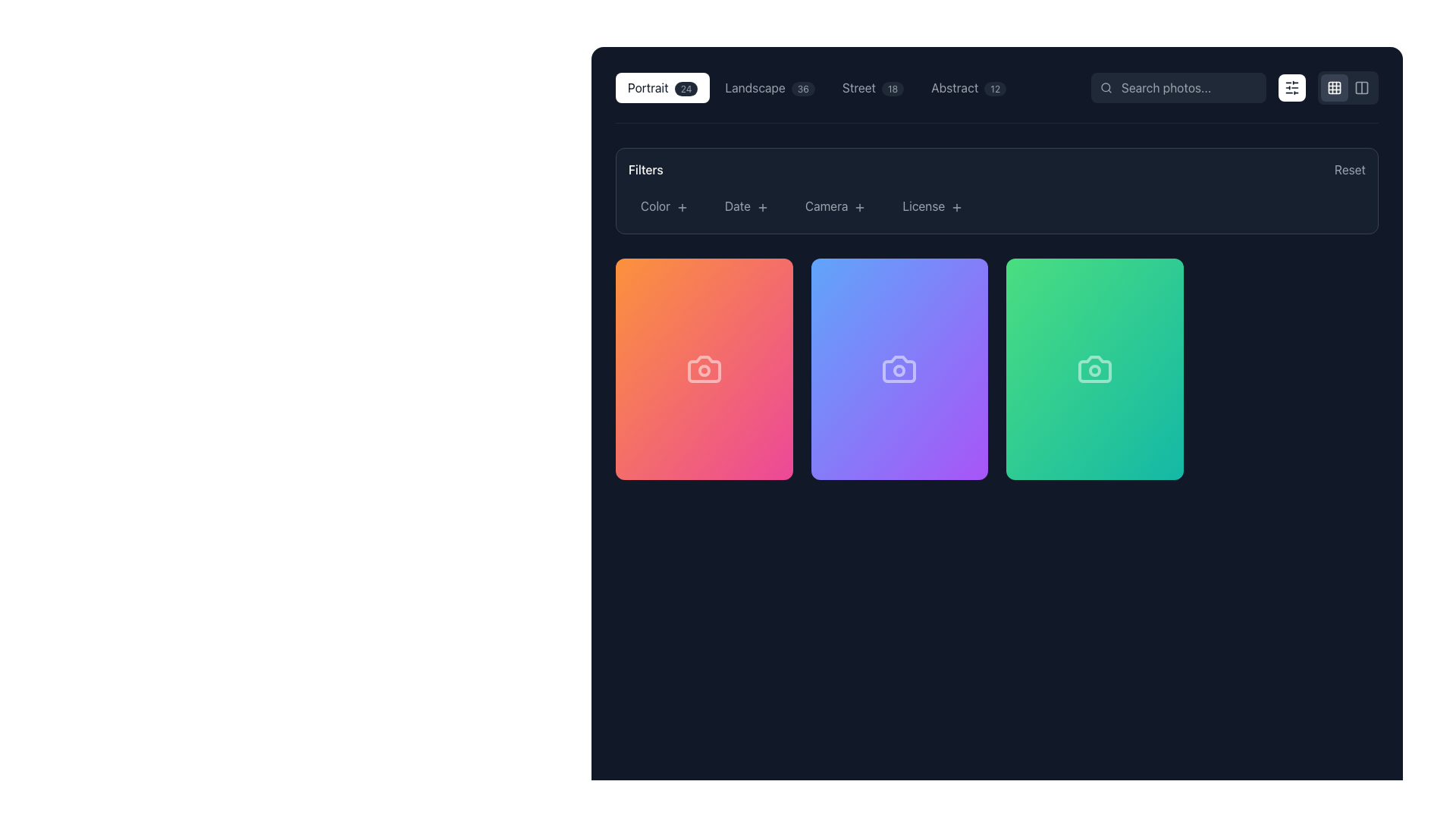  What do you see at coordinates (932, 283) in the screenshot?
I see `the button located in the top right corner of the second card to interact` at bounding box center [932, 283].